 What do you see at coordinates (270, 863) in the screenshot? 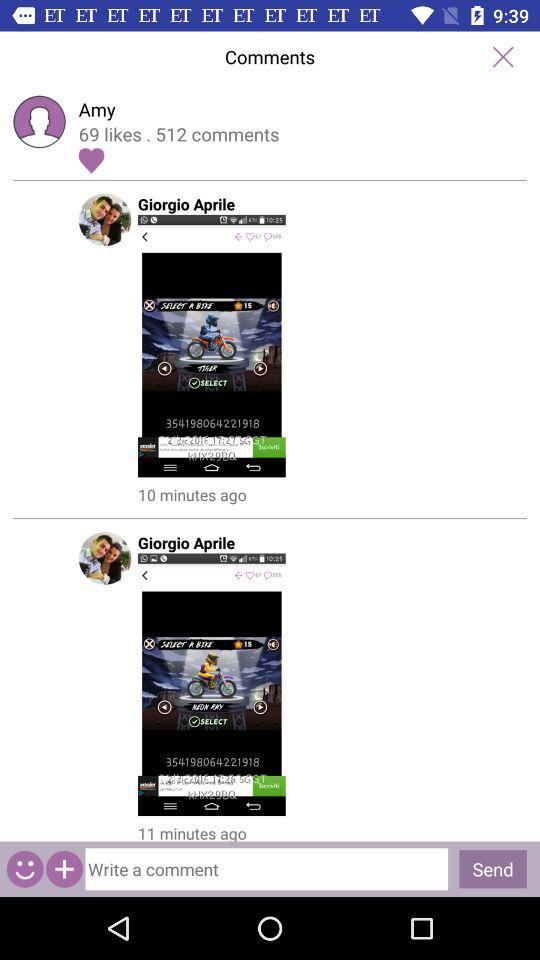
I see `to write a comment option` at bounding box center [270, 863].